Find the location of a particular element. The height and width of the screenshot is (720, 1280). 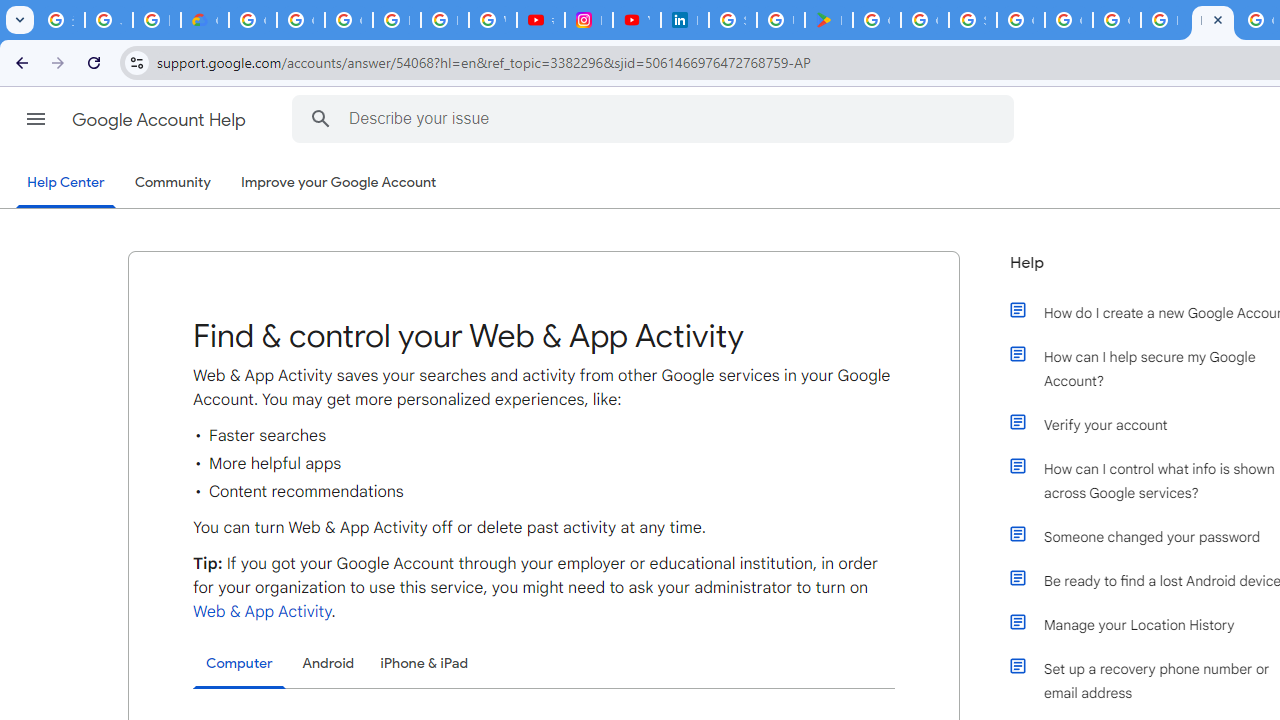

'Improve your Google Account' is located at coordinates (339, 183).